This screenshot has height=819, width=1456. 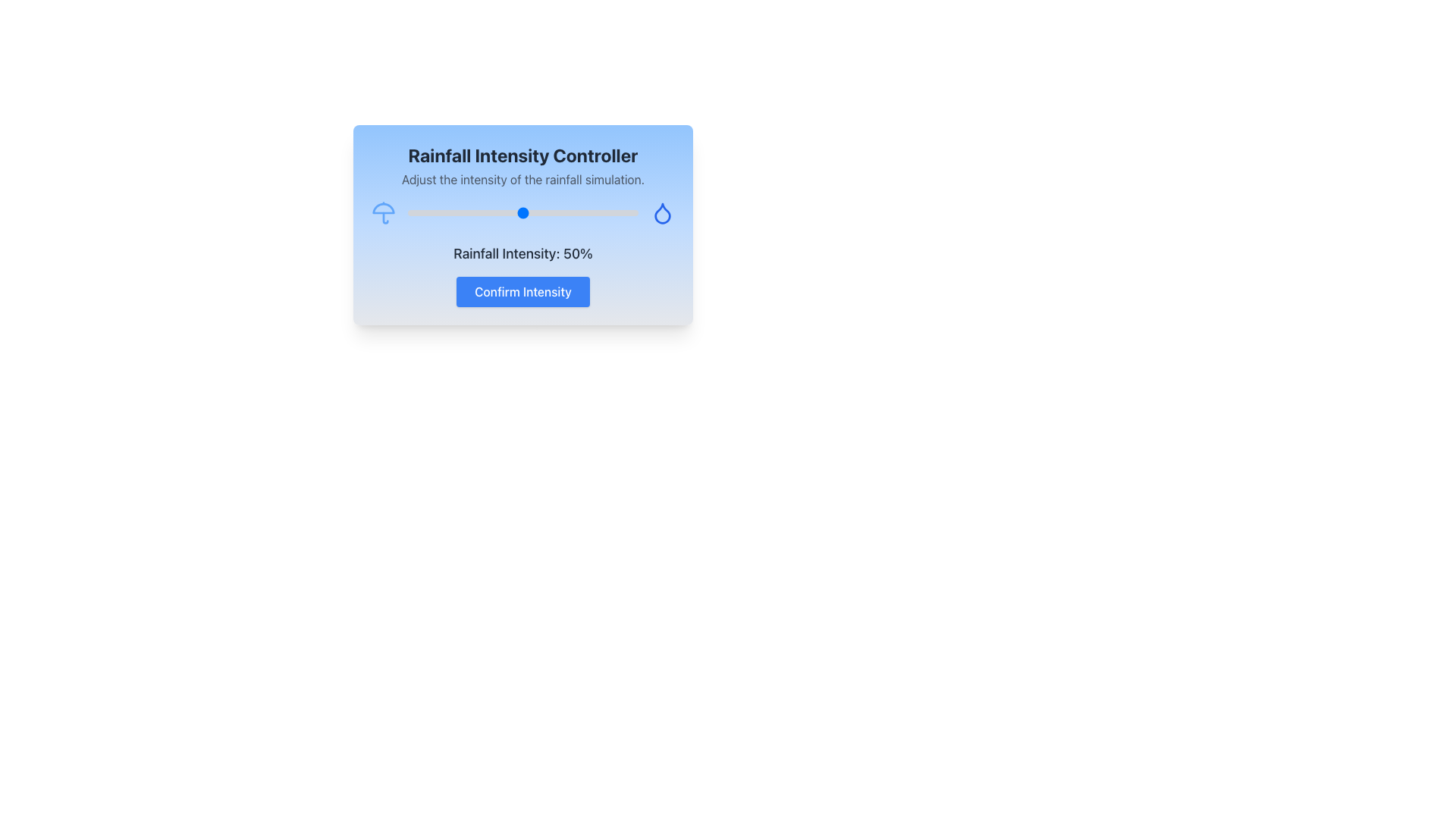 I want to click on the confirm button for rainfall intensity, located below the text 'Rainfall Intensity: 50%', to change its background color, so click(x=523, y=292).